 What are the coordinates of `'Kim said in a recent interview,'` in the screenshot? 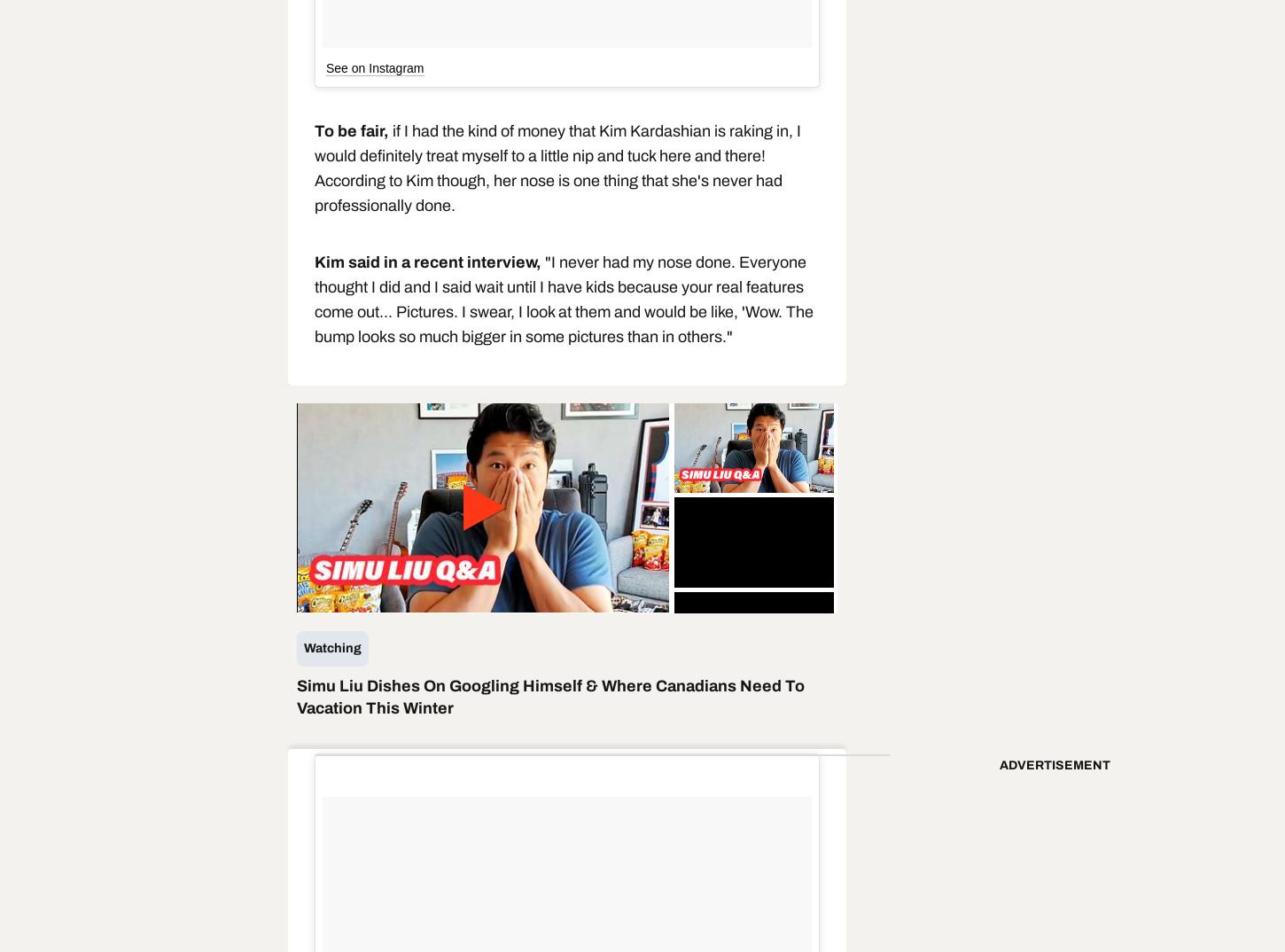 It's located at (430, 261).